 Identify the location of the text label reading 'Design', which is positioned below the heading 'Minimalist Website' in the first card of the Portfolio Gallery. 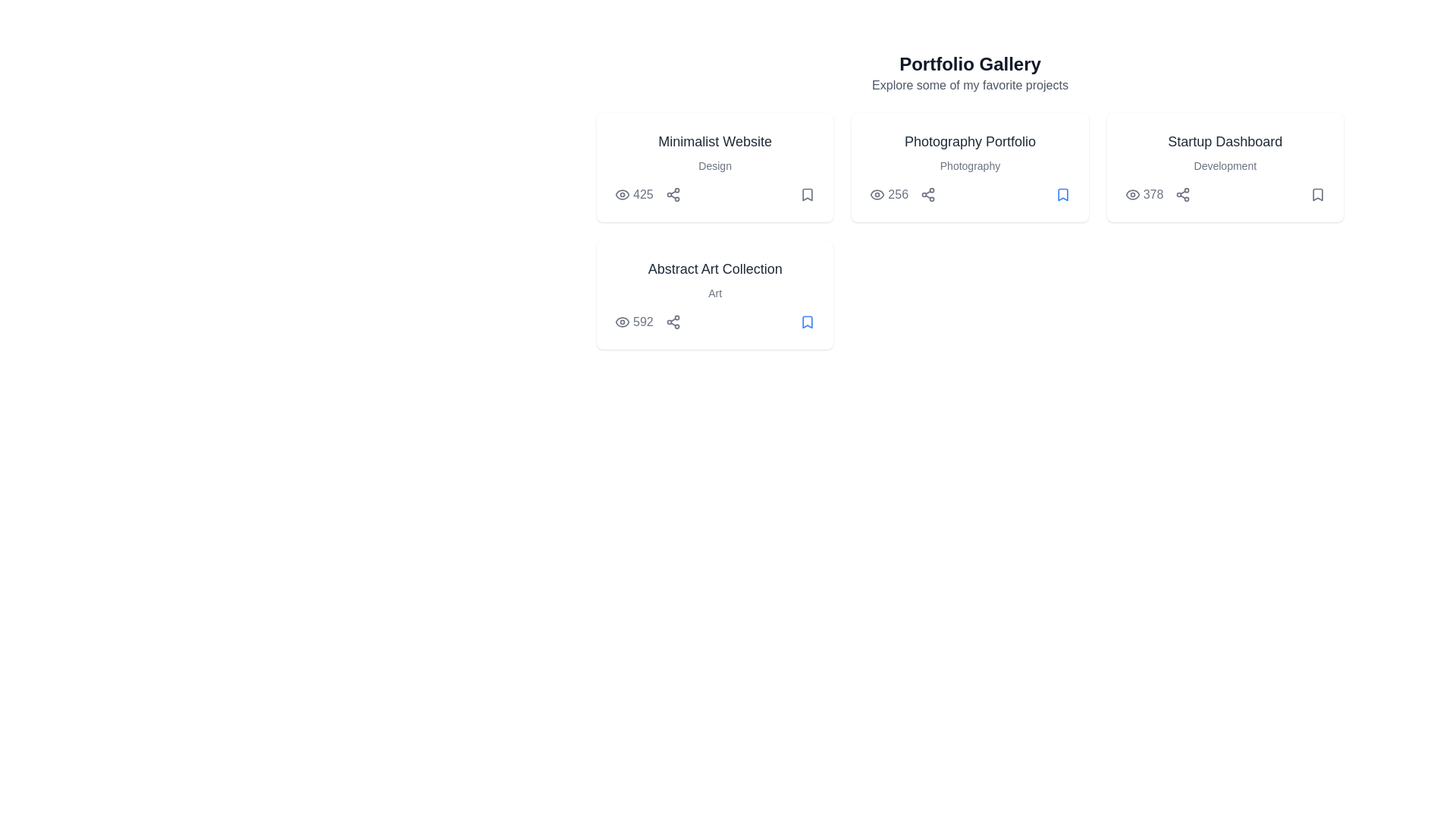
(714, 166).